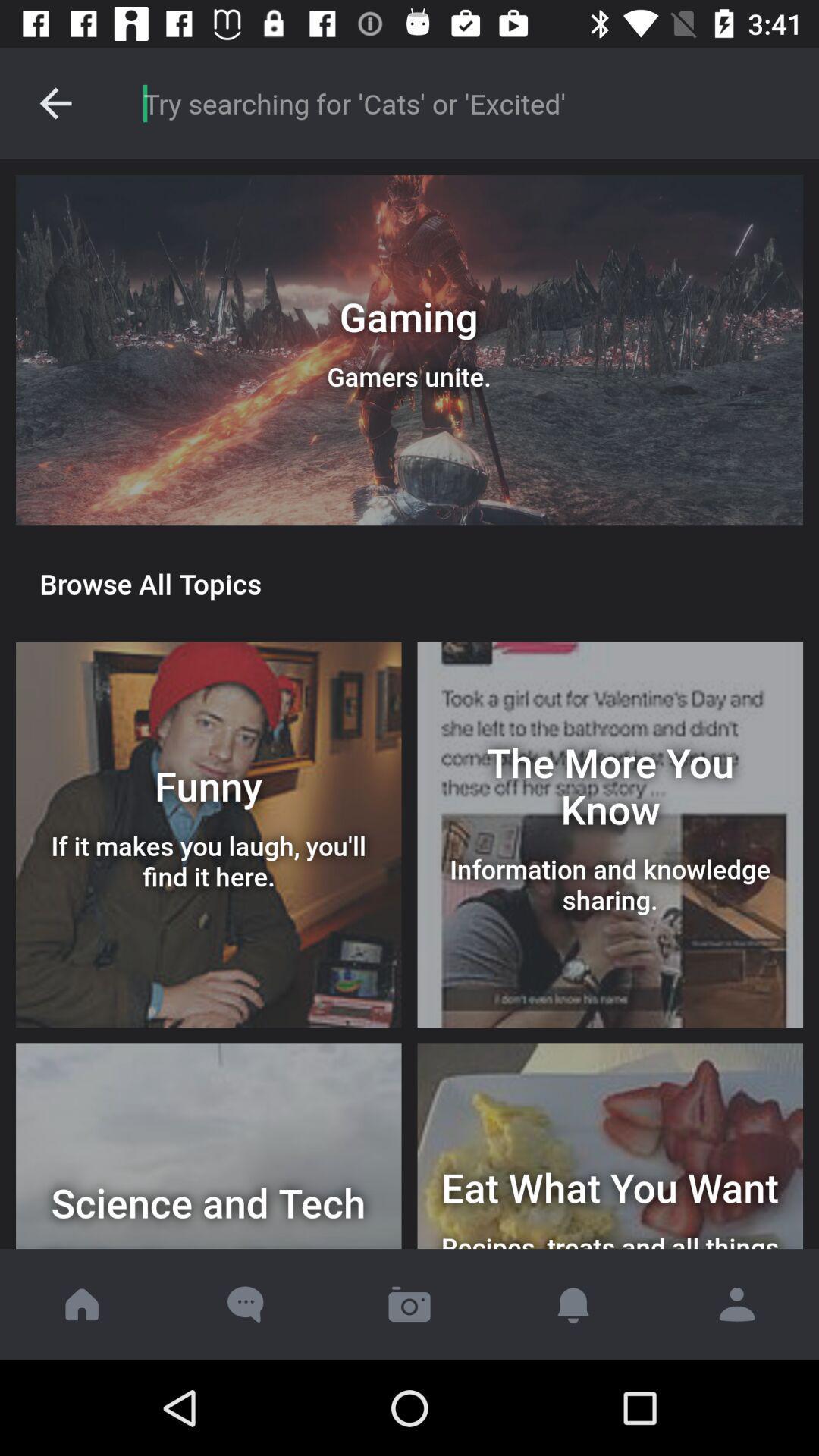  Describe the element at coordinates (736, 1304) in the screenshot. I see `the icon below eat what you` at that location.